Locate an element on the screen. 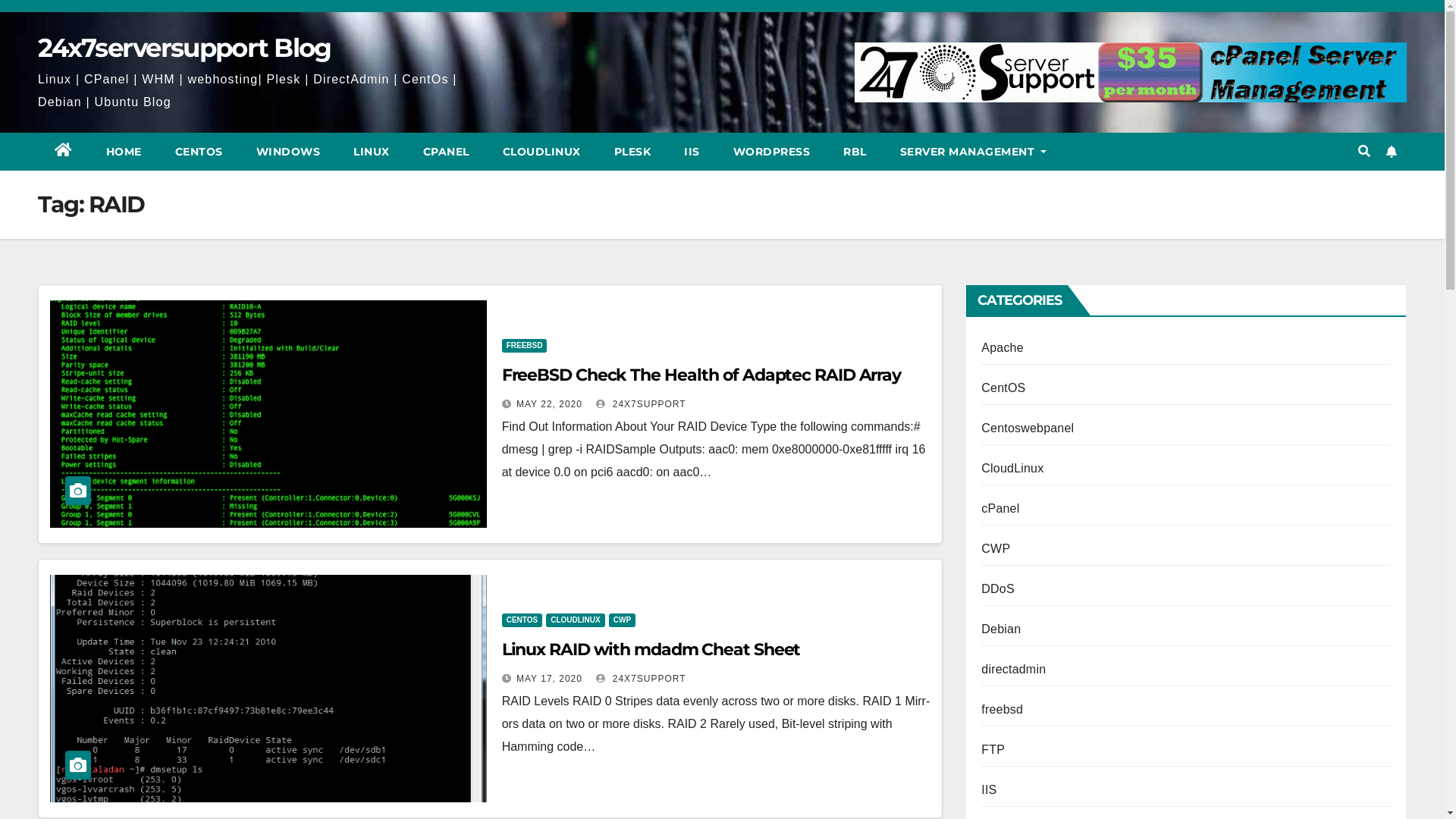 This screenshot has height=819, width=1456. 'HOME' is located at coordinates (124, 152).